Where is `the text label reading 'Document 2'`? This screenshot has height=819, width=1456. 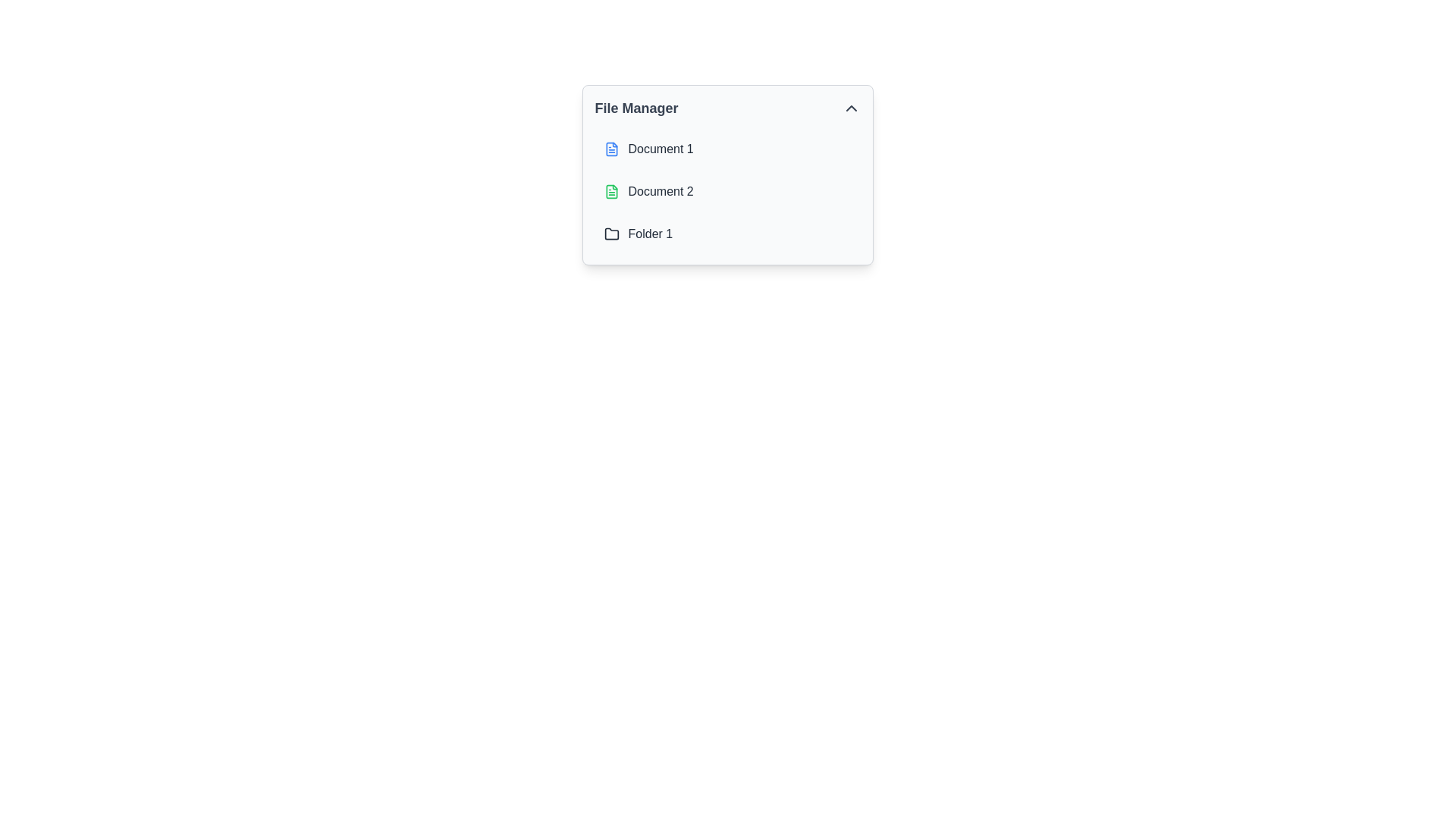 the text label reading 'Document 2' is located at coordinates (661, 191).